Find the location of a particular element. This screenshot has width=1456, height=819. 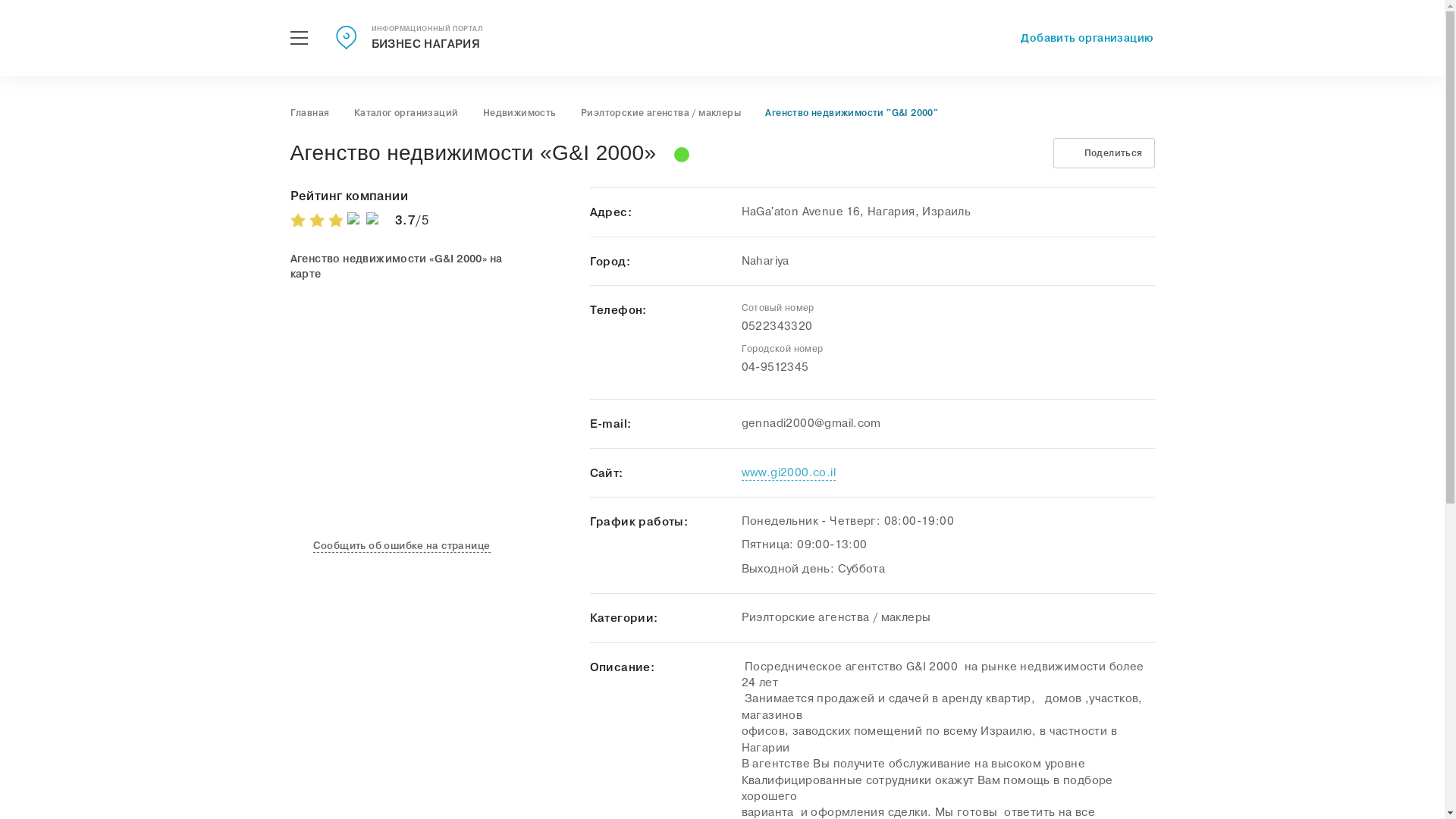

'0522343320' is located at coordinates (777, 325).